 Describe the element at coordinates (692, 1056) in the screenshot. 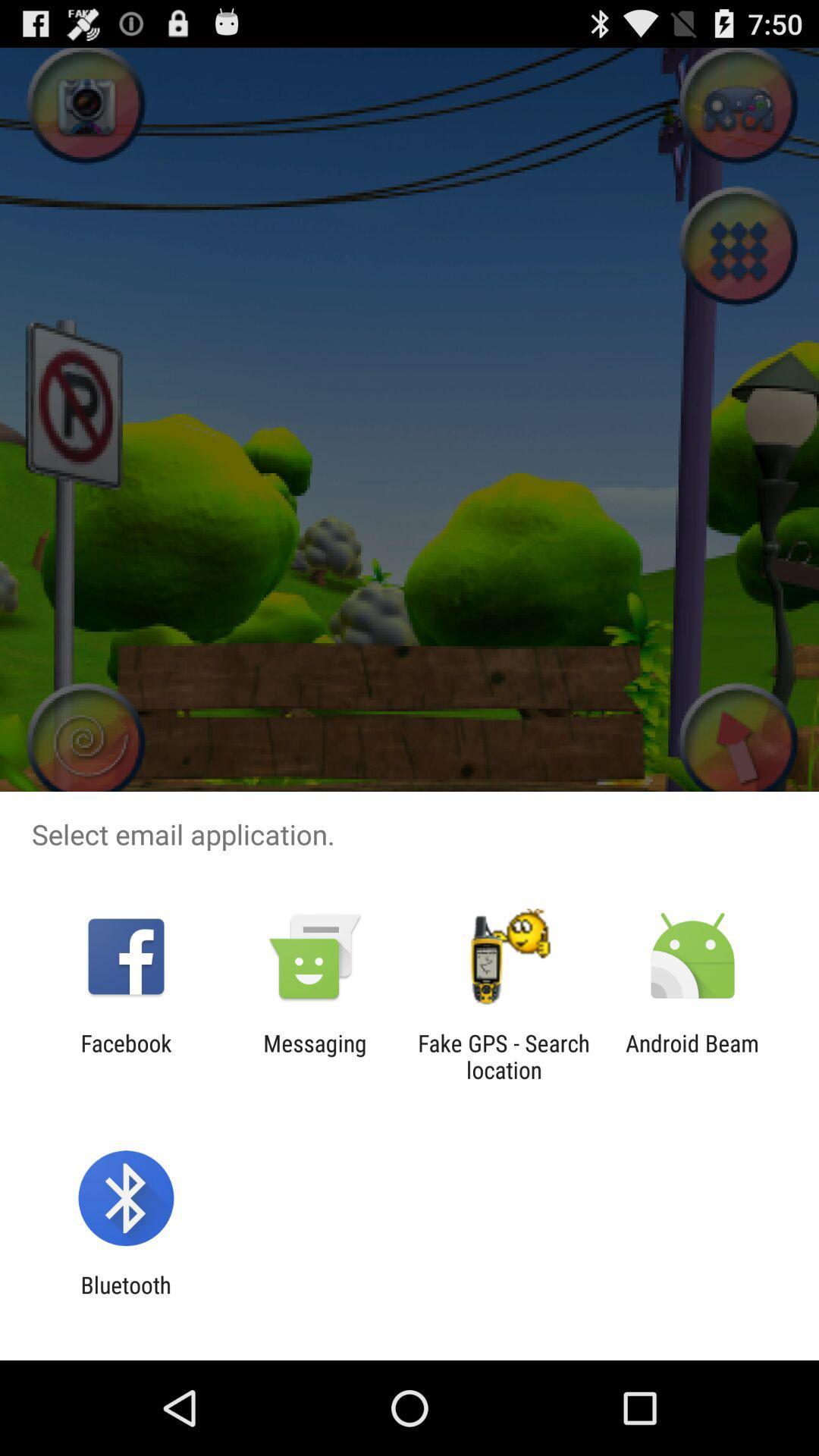

I see `icon next to fake gps search icon` at that location.